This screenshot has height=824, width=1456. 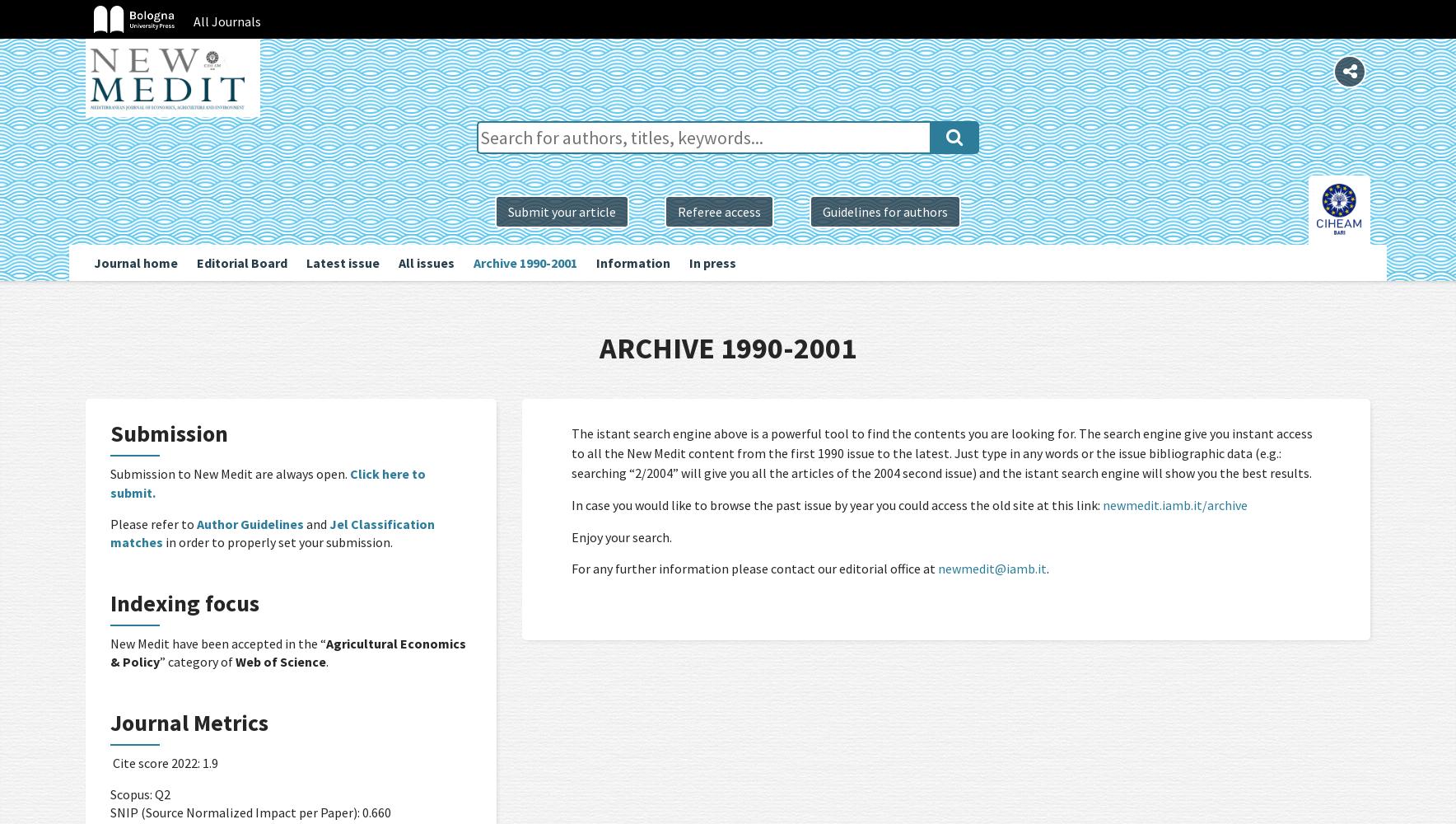 What do you see at coordinates (281, 662) in the screenshot?
I see `'Web of Science'` at bounding box center [281, 662].